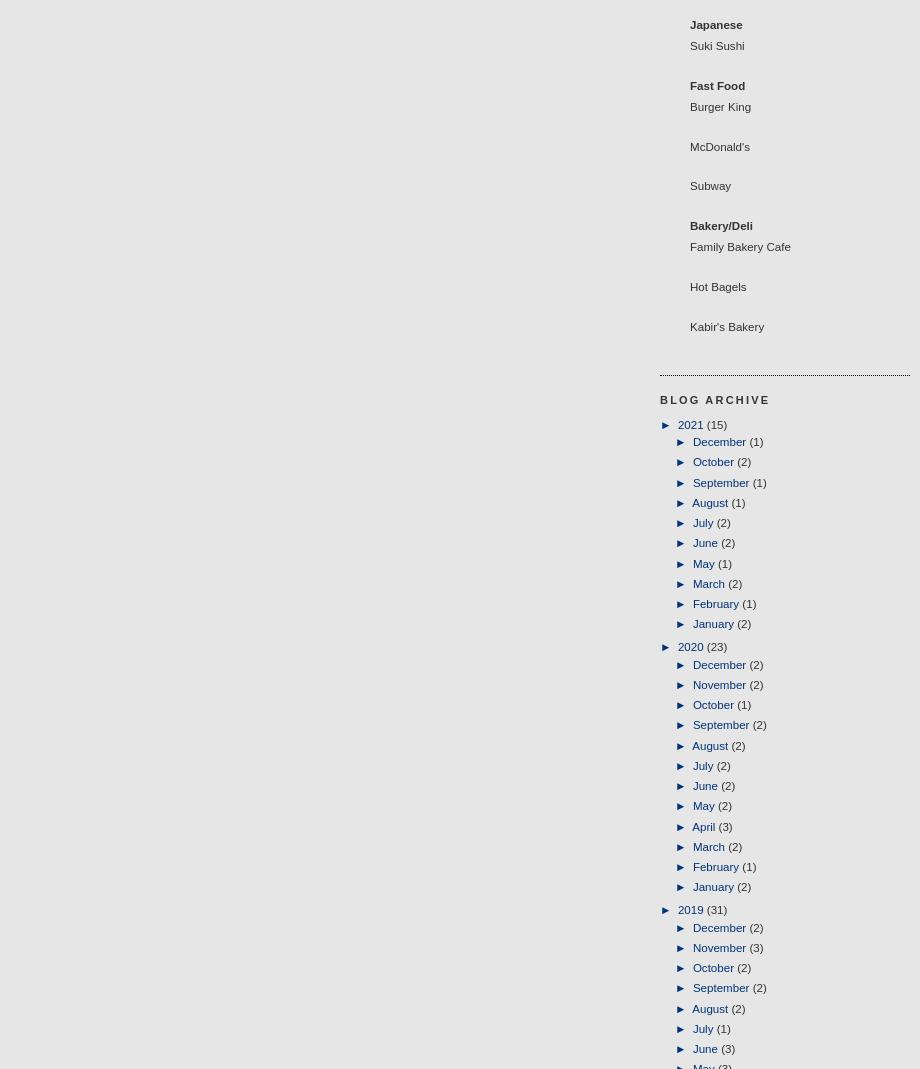  What do you see at coordinates (716, 23) in the screenshot?
I see `'Japanese'` at bounding box center [716, 23].